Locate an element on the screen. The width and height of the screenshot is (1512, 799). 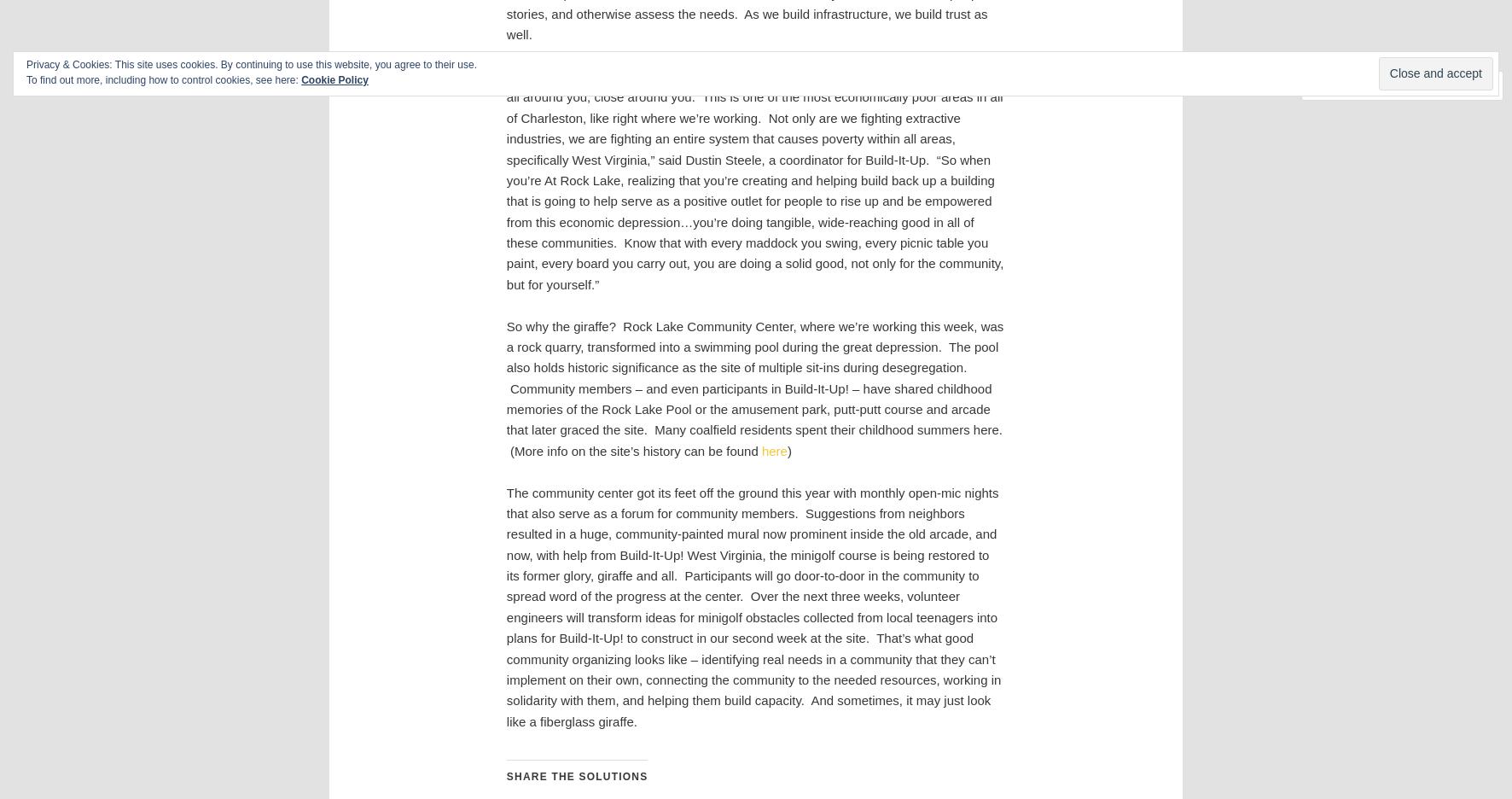
'Follow' is located at coordinates (1443, 85).